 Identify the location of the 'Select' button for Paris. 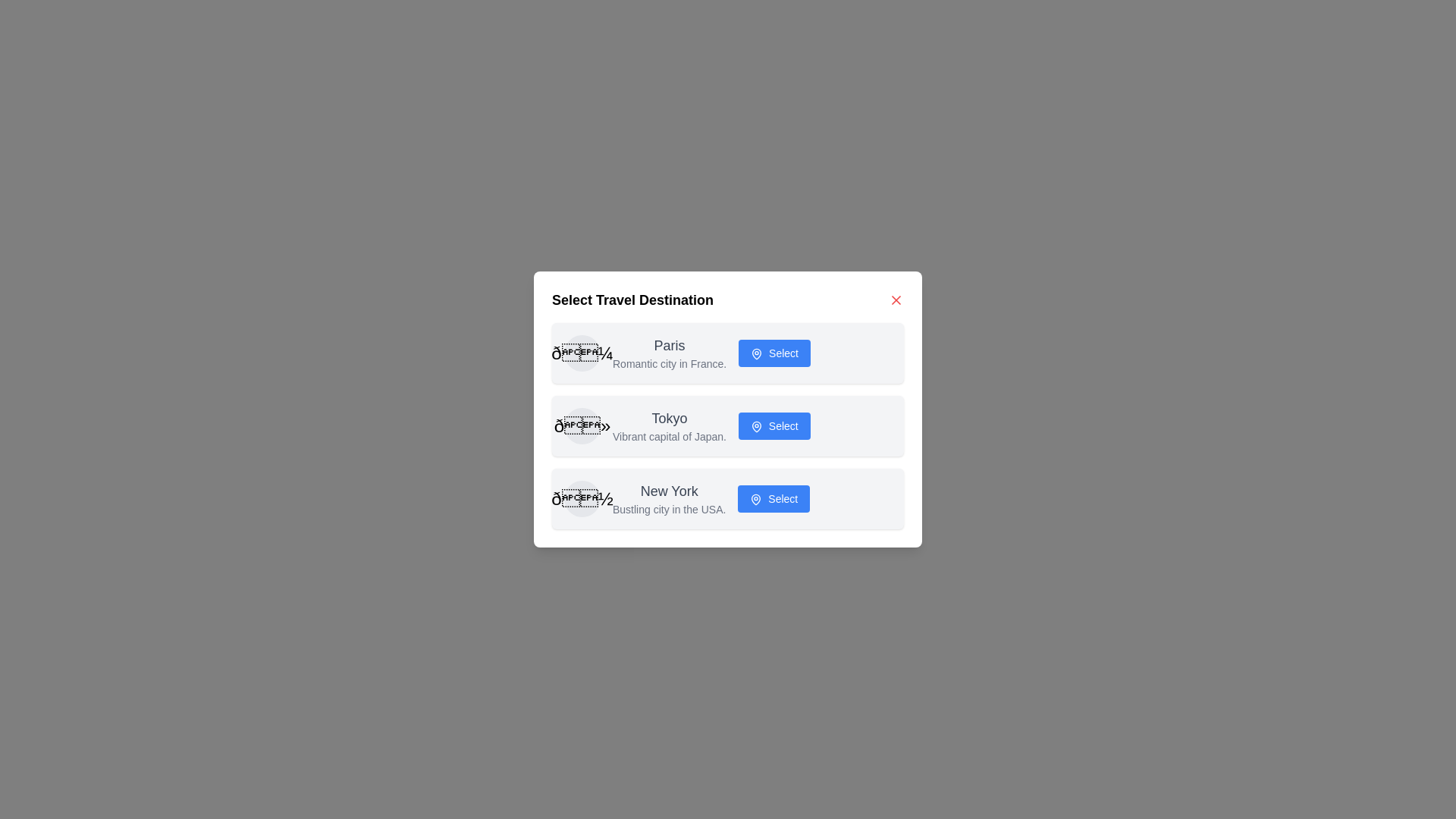
(774, 353).